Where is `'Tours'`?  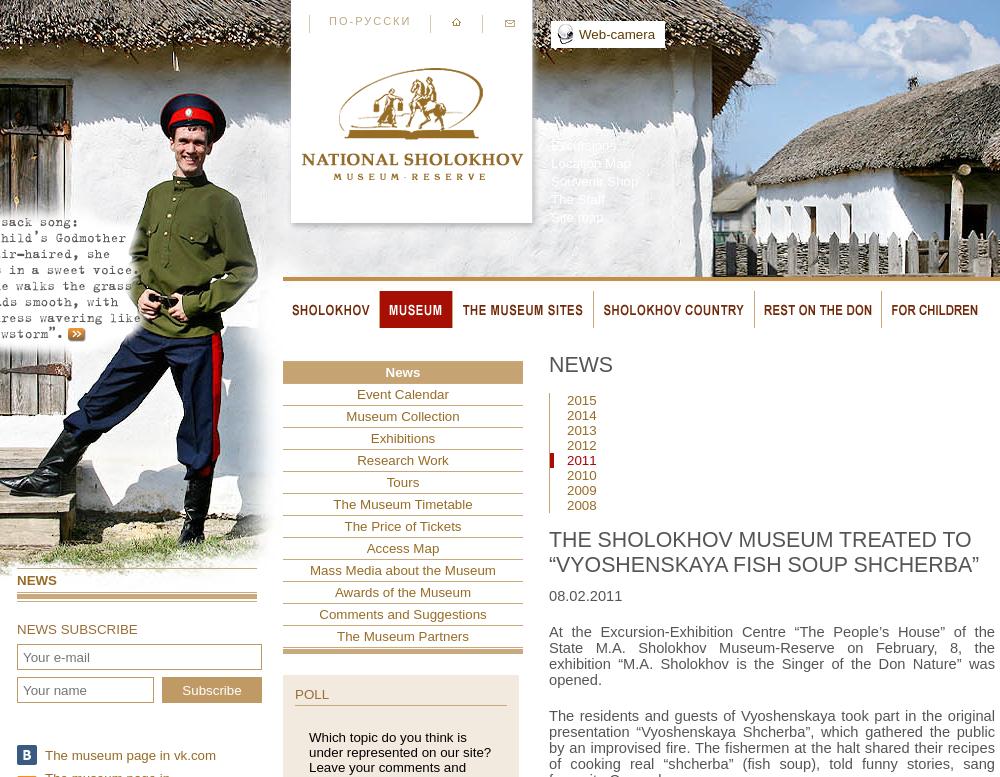
'Tours' is located at coordinates (402, 482).